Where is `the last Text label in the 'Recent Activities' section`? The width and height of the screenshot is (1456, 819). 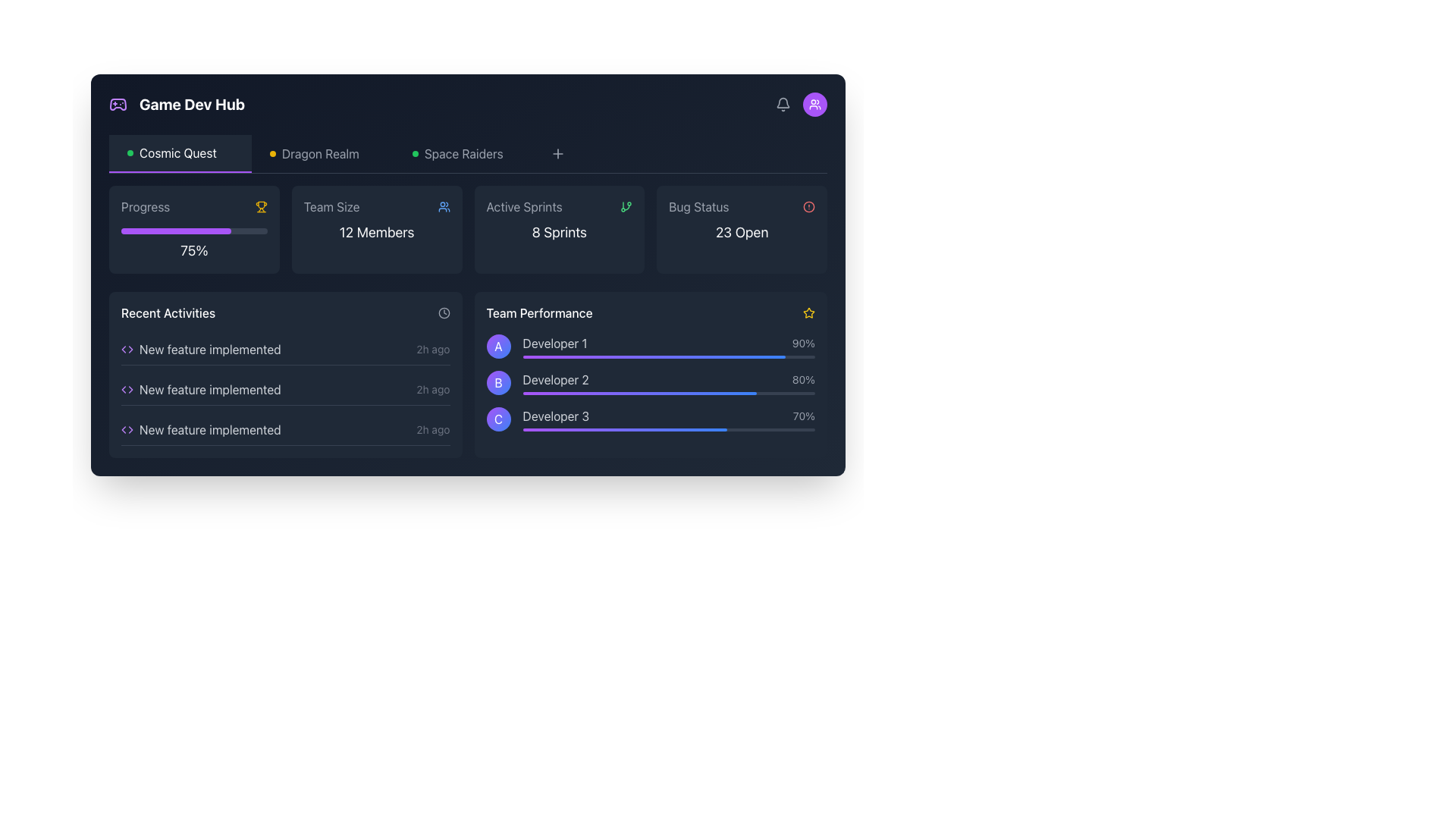 the last Text label in the 'Recent Activities' section is located at coordinates (209, 430).